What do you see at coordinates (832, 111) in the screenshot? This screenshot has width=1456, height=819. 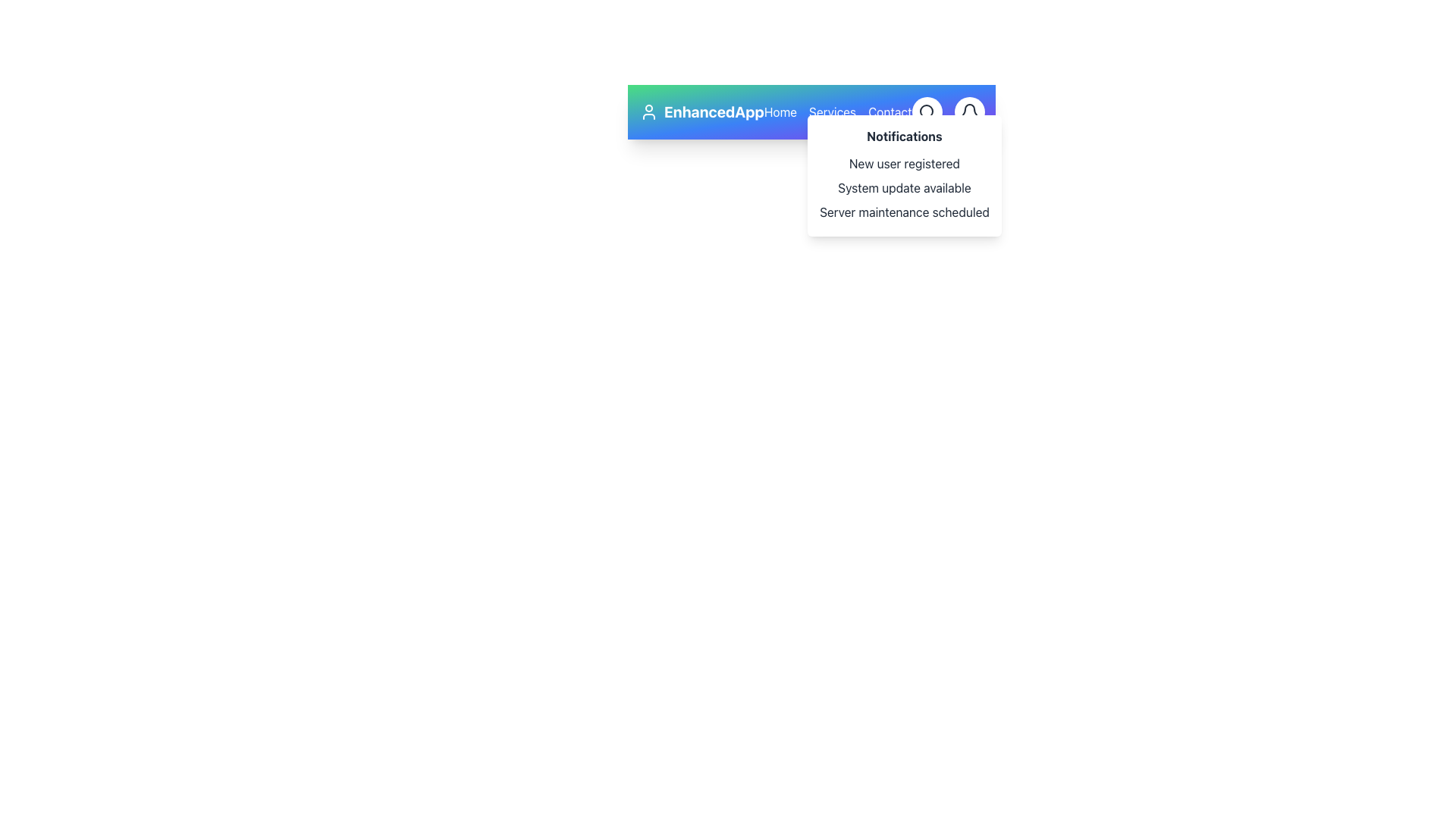 I see `the 'Services' text link in the navigation menu to trigger underline styling` at bounding box center [832, 111].